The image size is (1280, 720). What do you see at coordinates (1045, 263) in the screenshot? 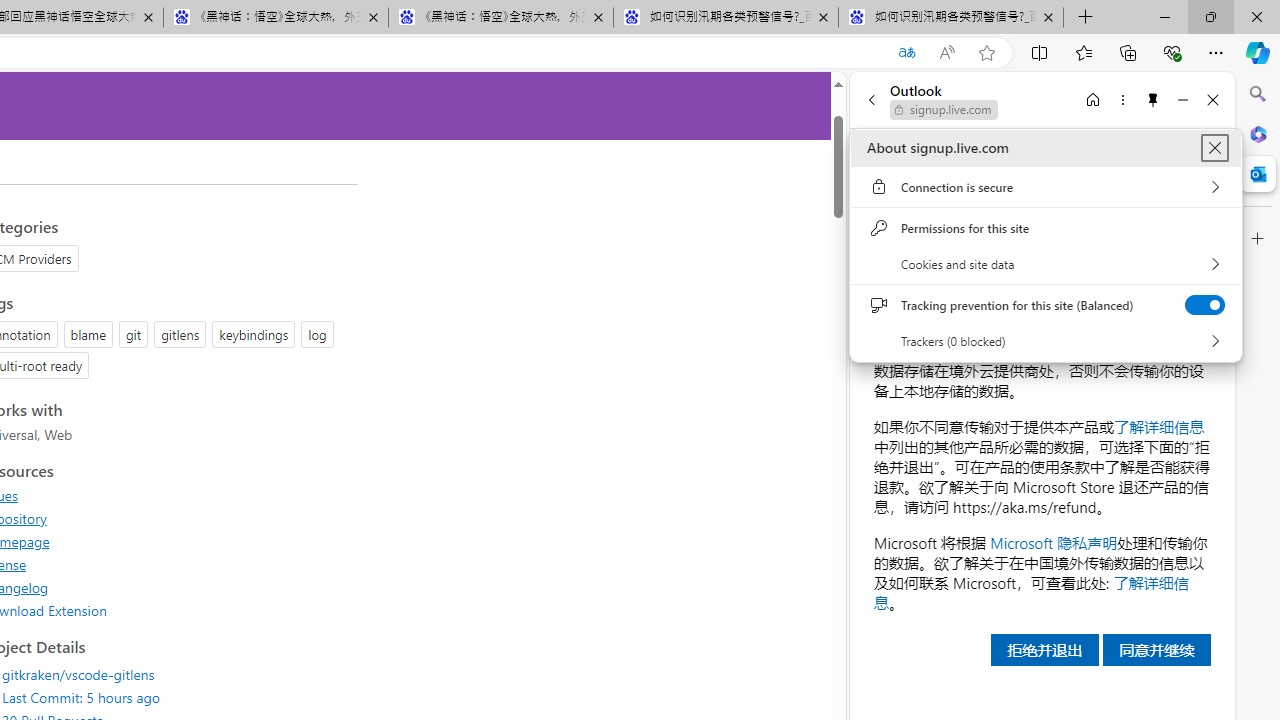
I see `'Cookies and site data'` at bounding box center [1045, 263].